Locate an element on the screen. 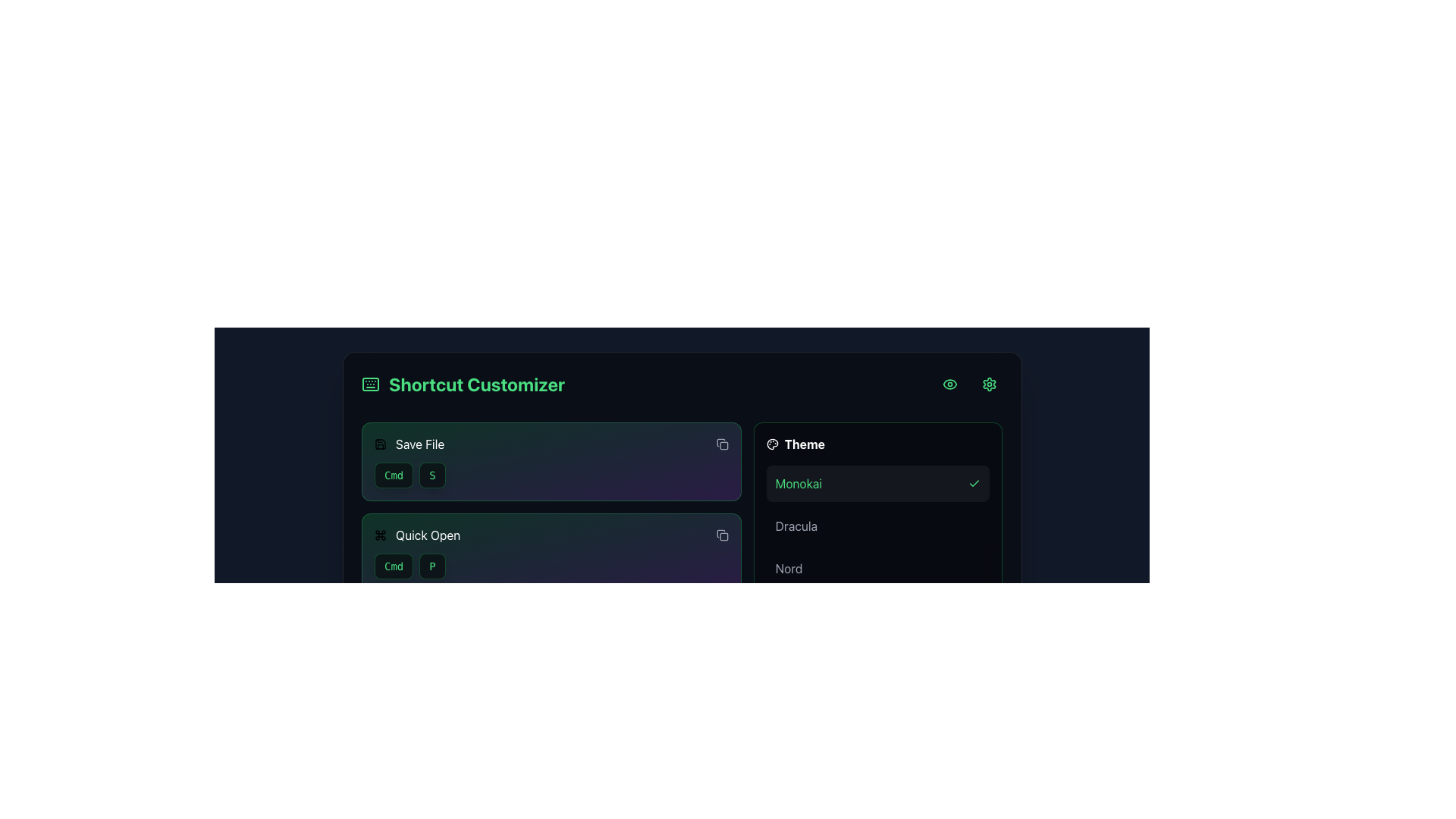 Image resolution: width=1456 pixels, height=819 pixels. the 'Quick Open' text label, which is written in white color on a dark background, located below the 'Save File' option in the shortcut customizer interface is located at coordinates (427, 534).